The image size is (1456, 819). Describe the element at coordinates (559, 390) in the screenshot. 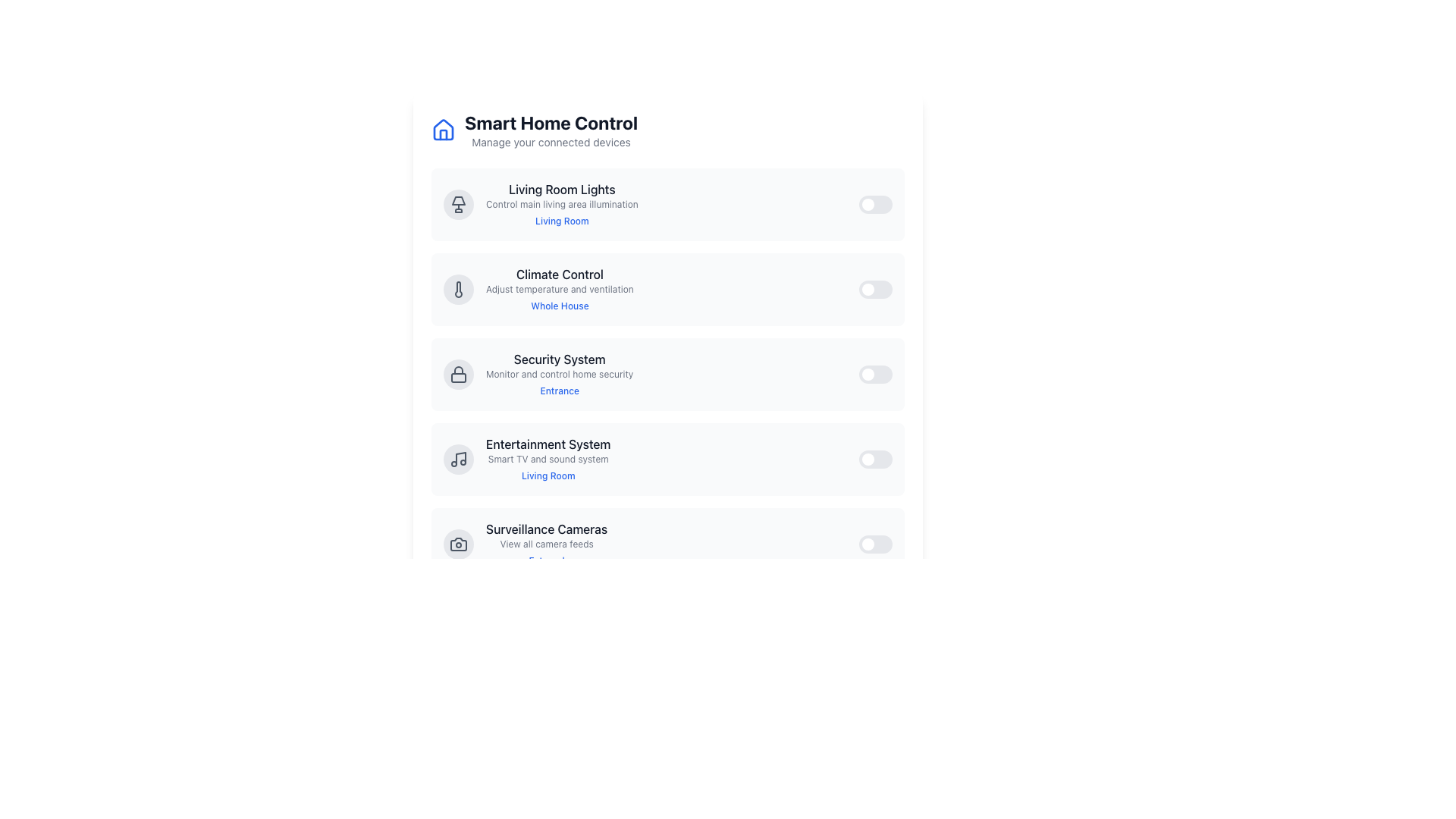

I see `the text label that reads 'Entrance', which is styled with a small font size and medium font weight, colored blue, and is part of the 'Security System' UI section` at that location.